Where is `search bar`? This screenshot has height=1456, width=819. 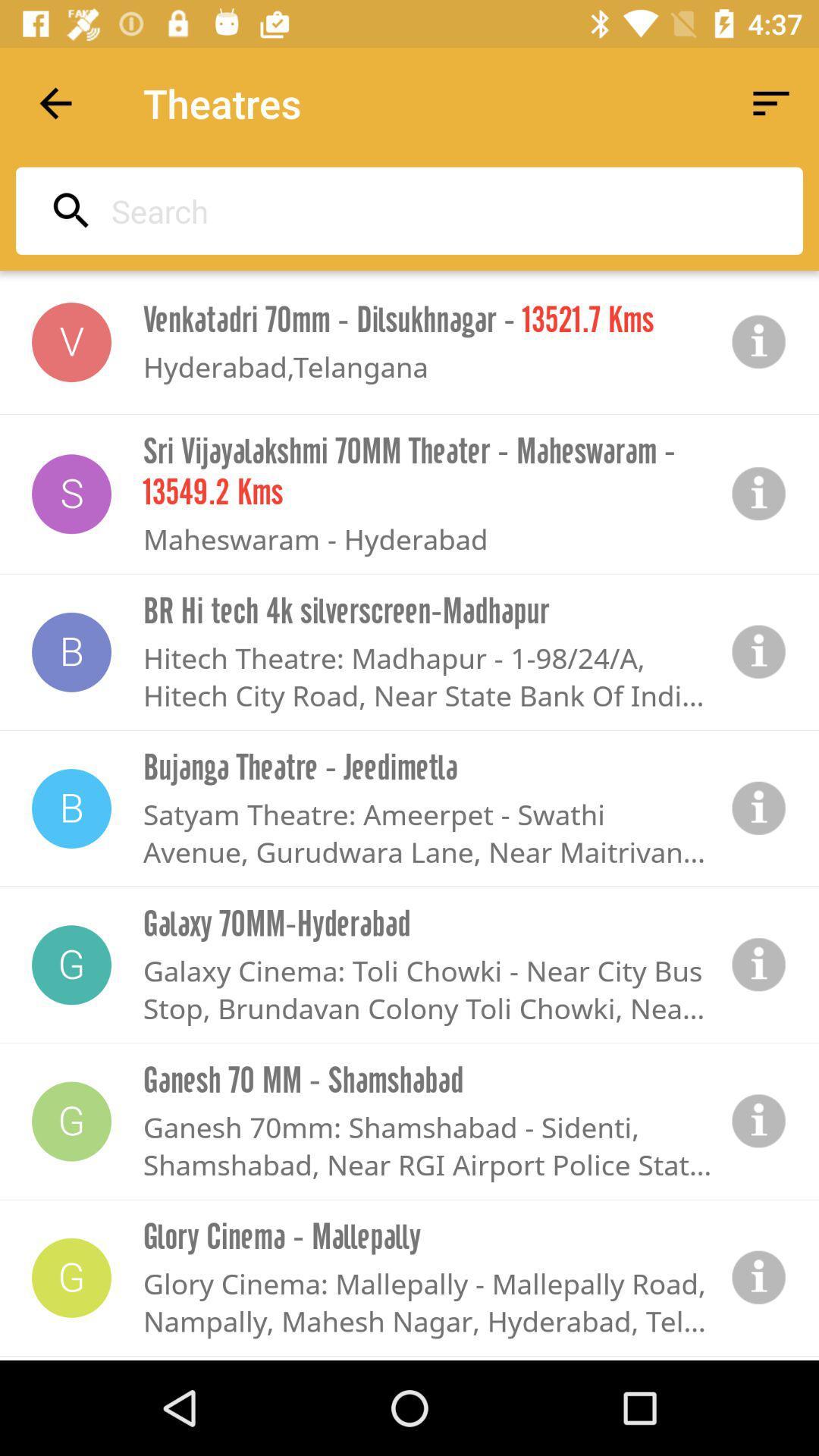
search bar is located at coordinates (404, 210).